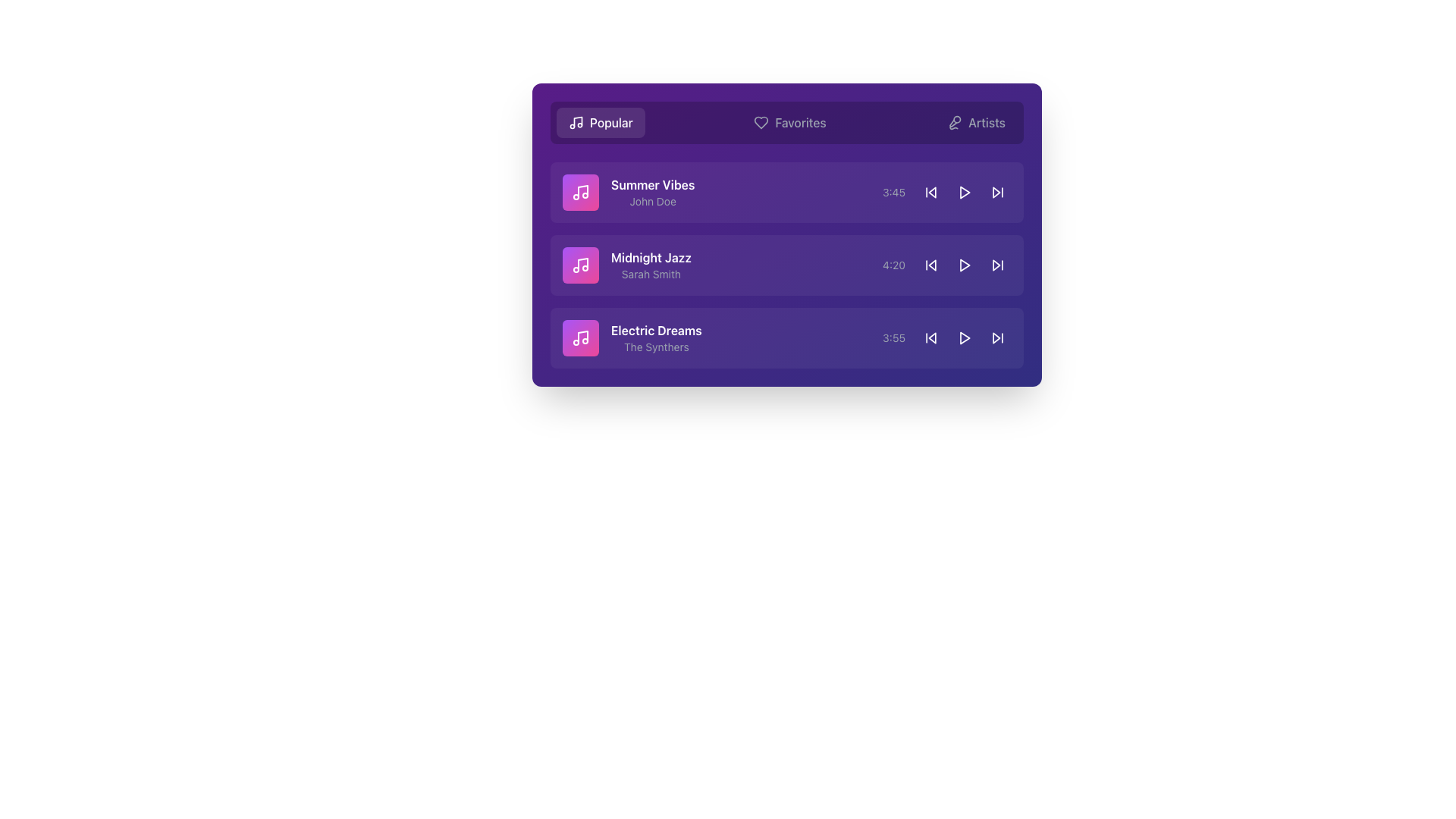 The image size is (1456, 819). Describe the element at coordinates (976, 122) in the screenshot. I see `the button that navigates to the artists section, which is the third option in the horizontal navigation bar located at the top-right of the component` at that location.